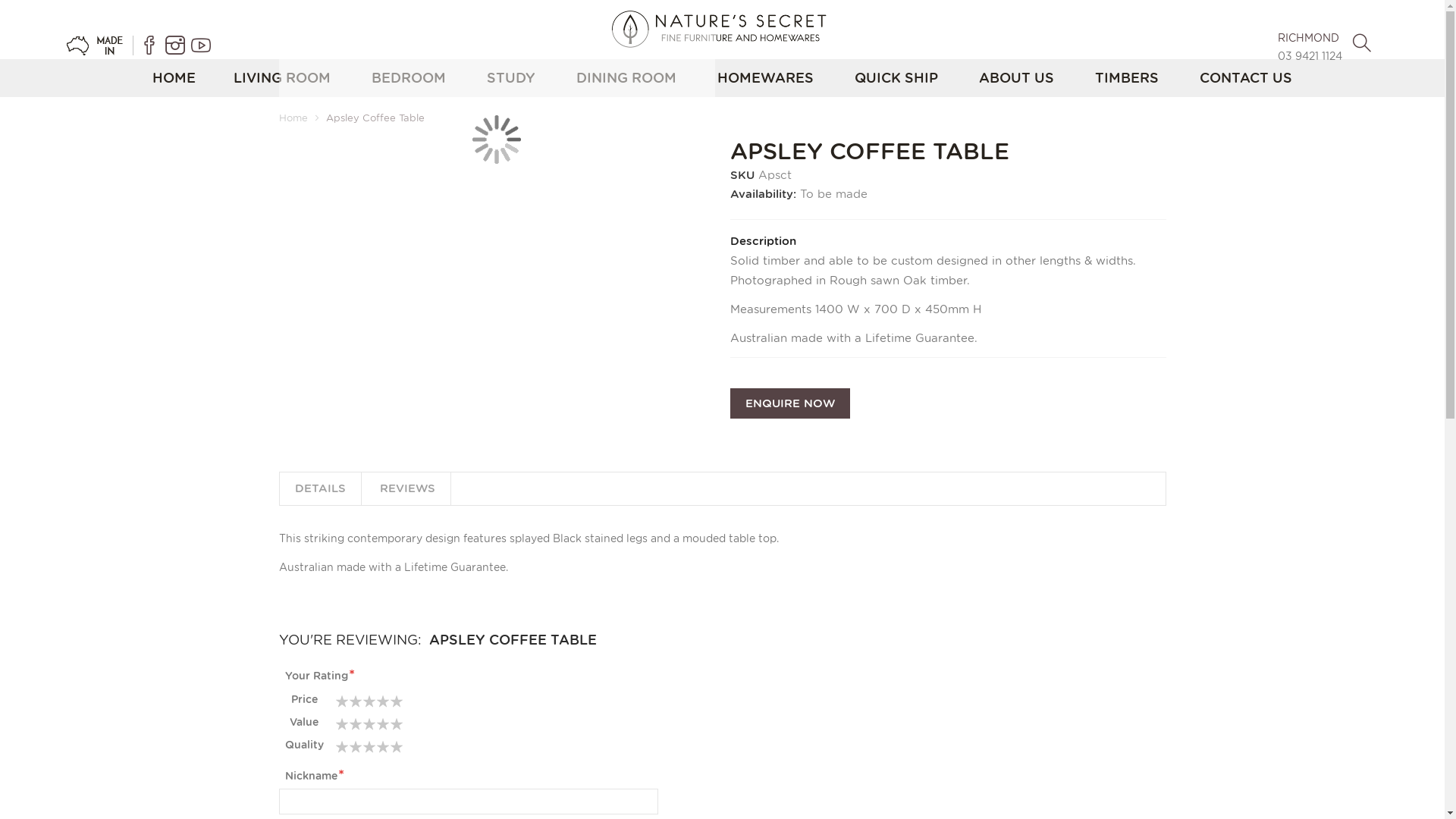  I want to click on 'REVIEWS', so click(406, 488).